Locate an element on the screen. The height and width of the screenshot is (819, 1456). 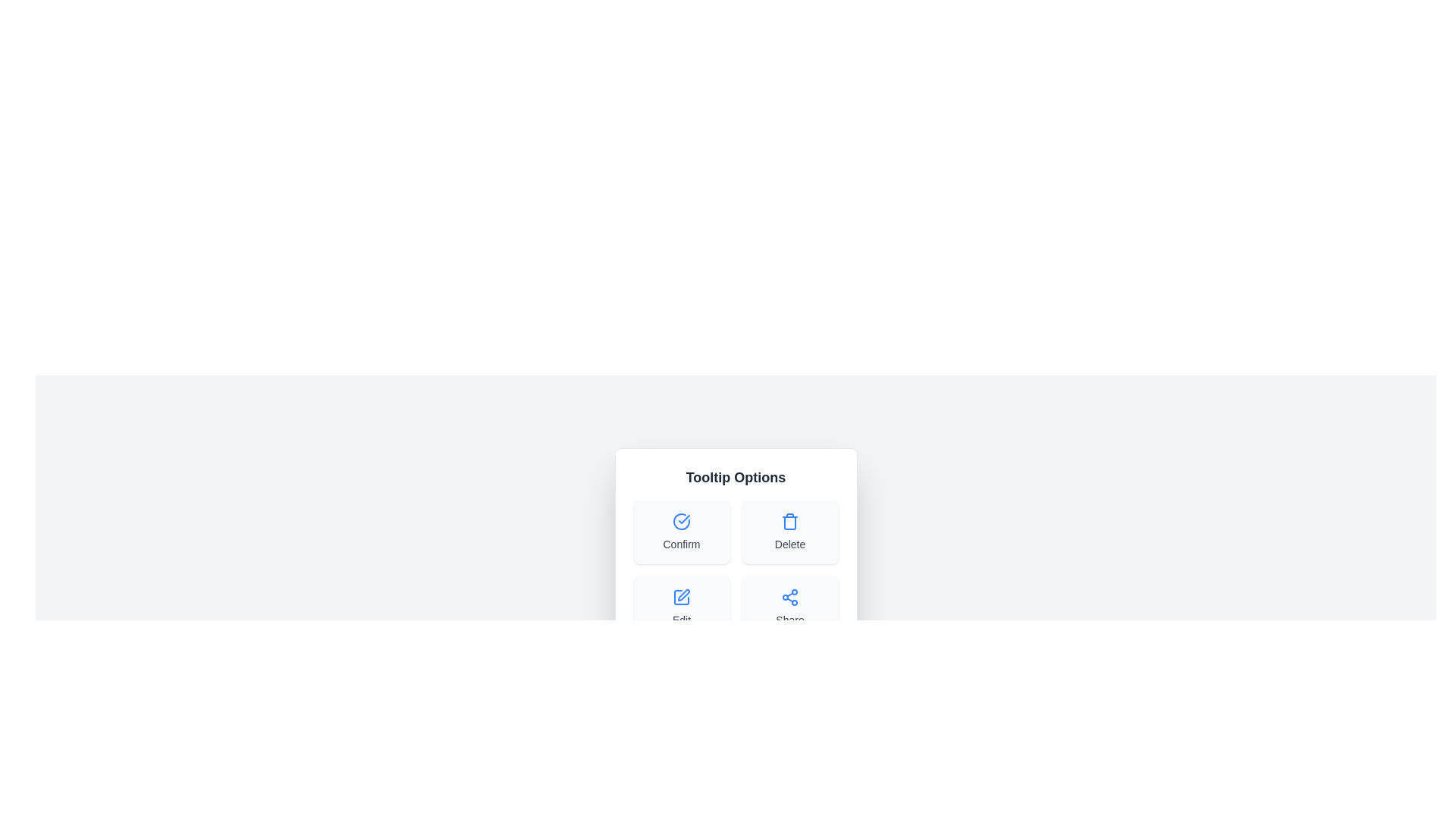
the 'Delete' text label, which is part of a tile featuring a blue trash can icon above it, located near the bottom center of the UI is located at coordinates (789, 543).